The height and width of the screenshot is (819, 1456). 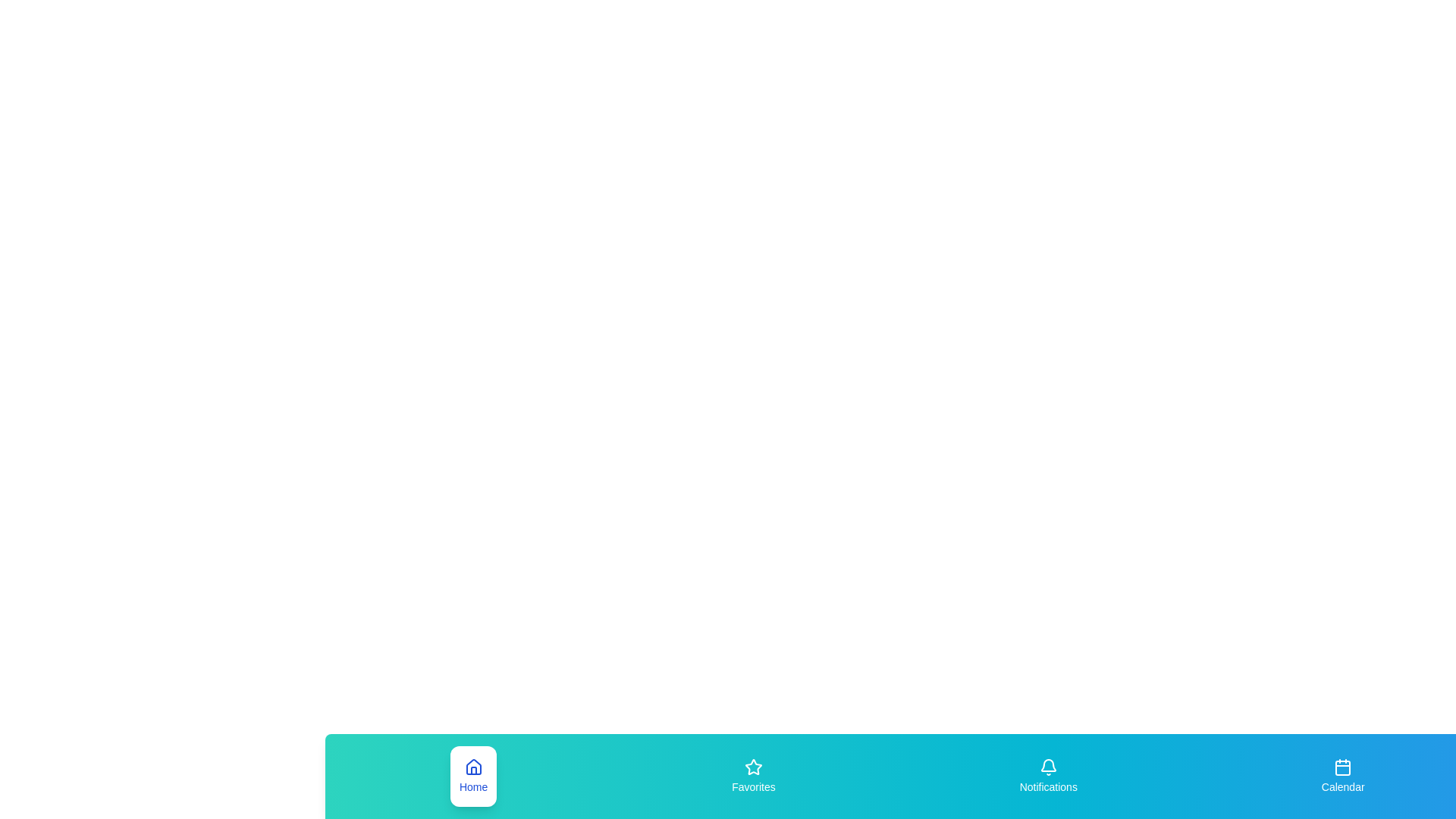 I want to click on the Notifications button to inspect its tooltip, so click(x=1047, y=776).